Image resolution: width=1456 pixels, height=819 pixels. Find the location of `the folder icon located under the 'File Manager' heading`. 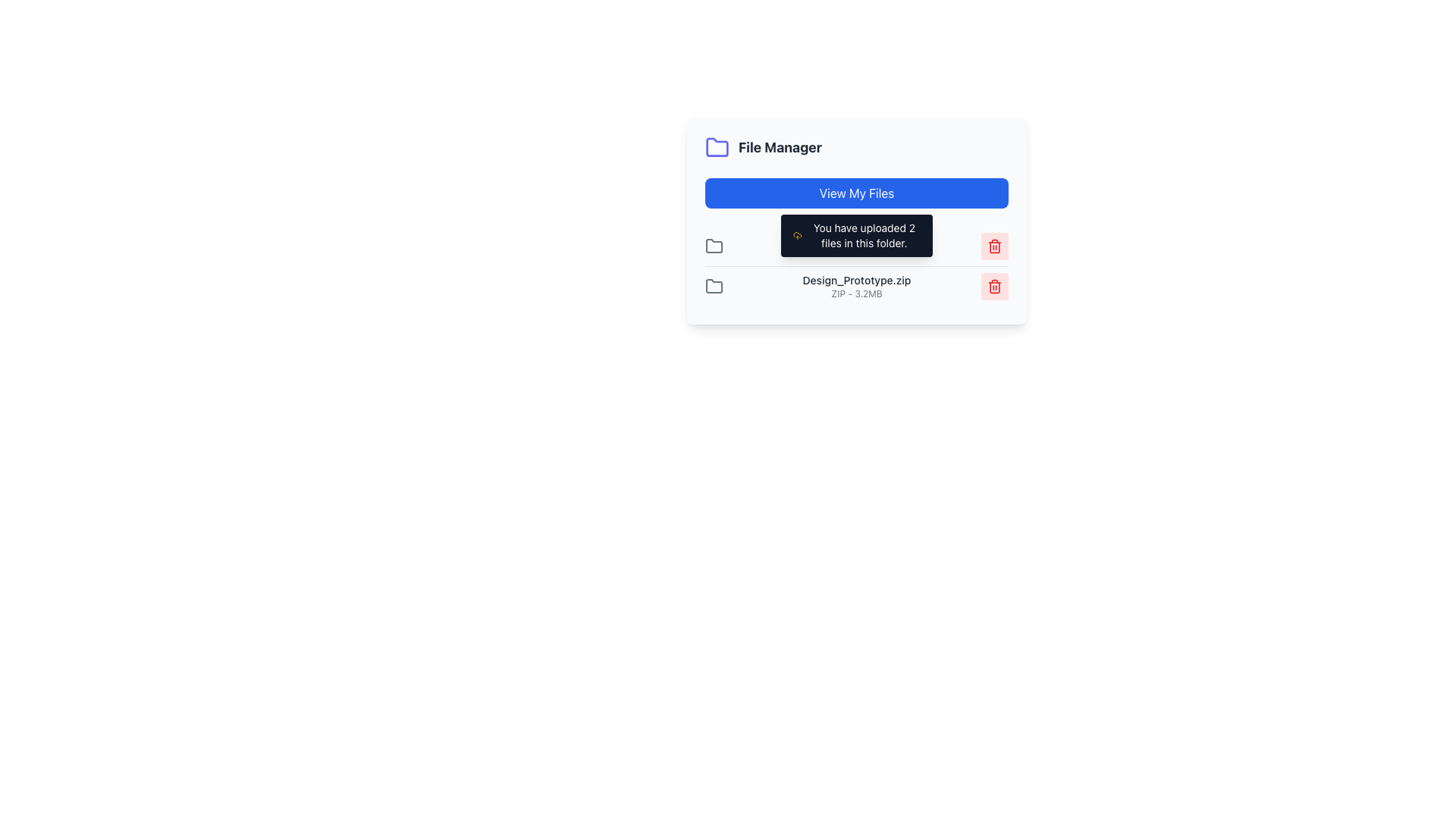

the folder icon located under the 'File Manager' heading is located at coordinates (713, 286).